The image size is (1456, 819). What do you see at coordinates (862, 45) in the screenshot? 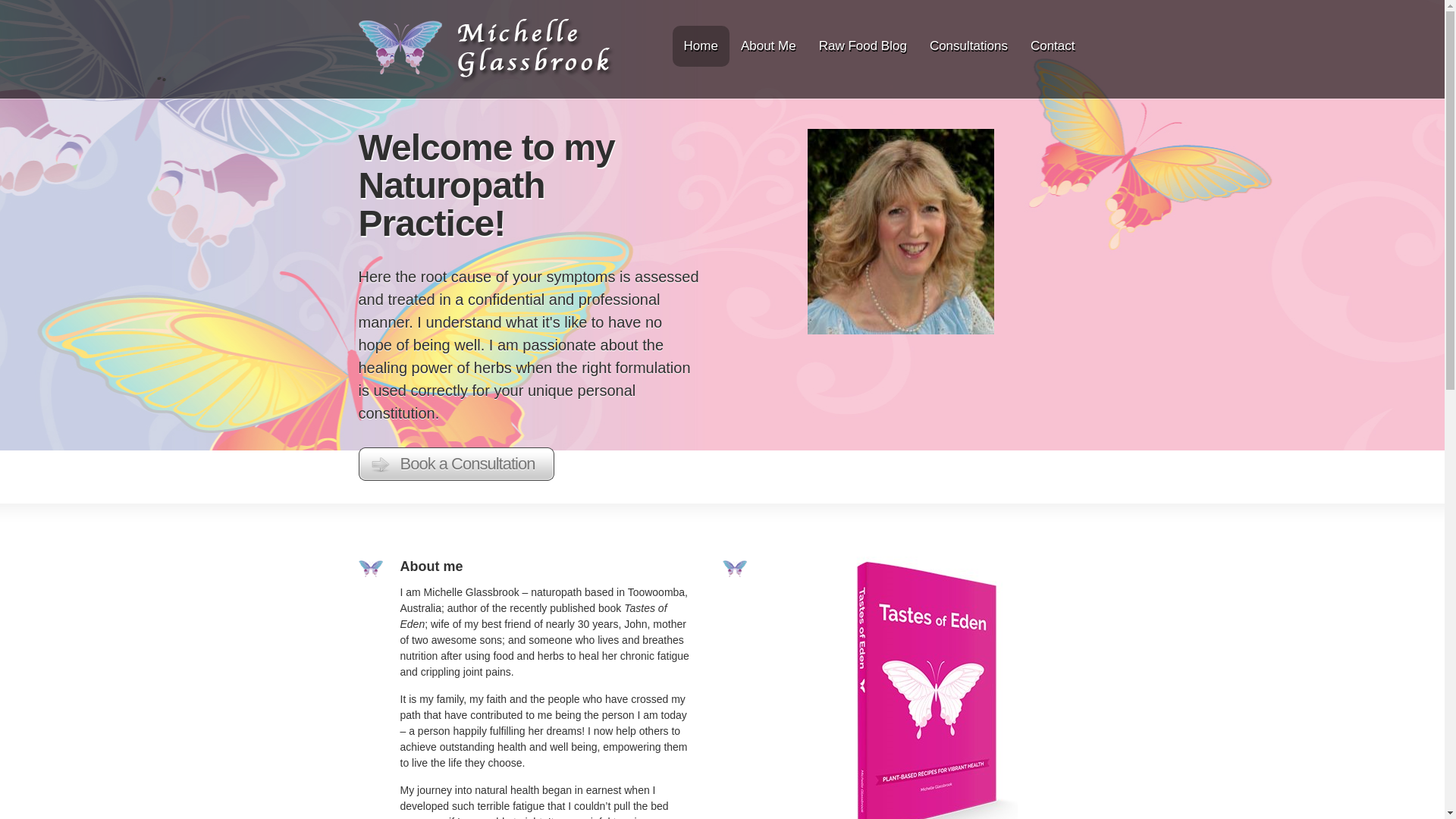
I see `'Raw Food Blog'` at bounding box center [862, 45].